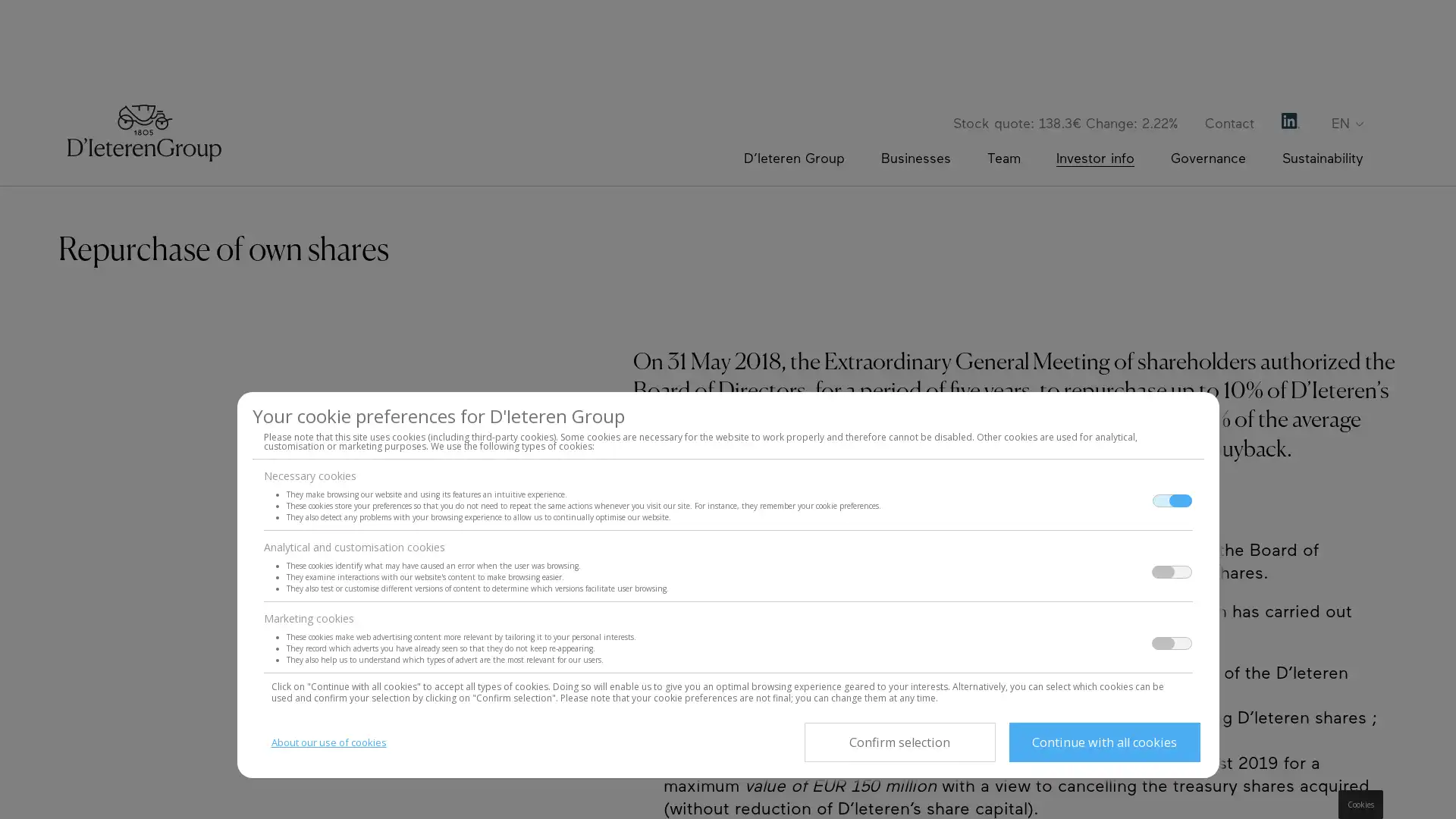  Describe the element at coordinates (899, 742) in the screenshot. I see `Save Consent Preferences` at that location.